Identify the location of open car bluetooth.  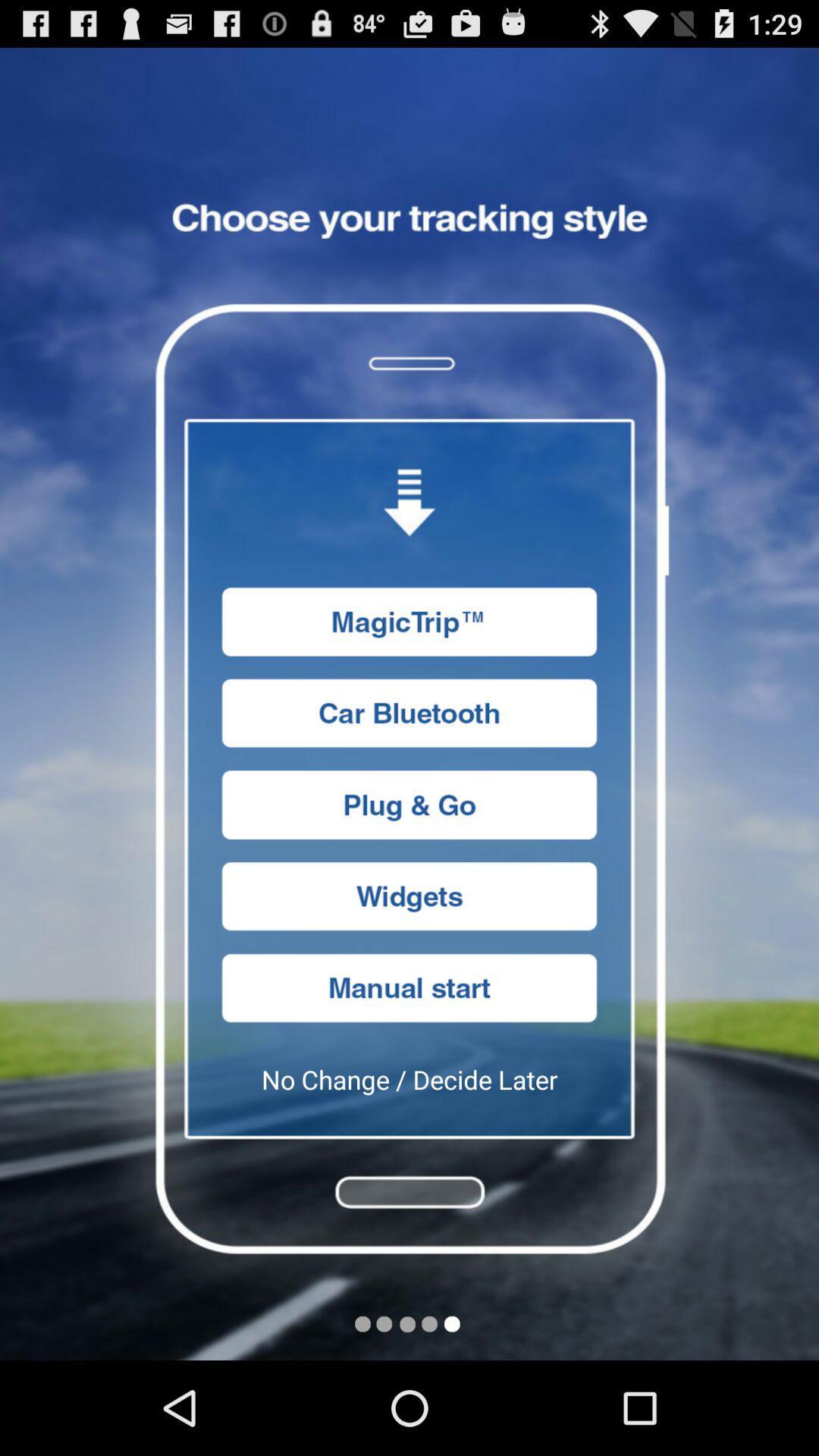
(409, 712).